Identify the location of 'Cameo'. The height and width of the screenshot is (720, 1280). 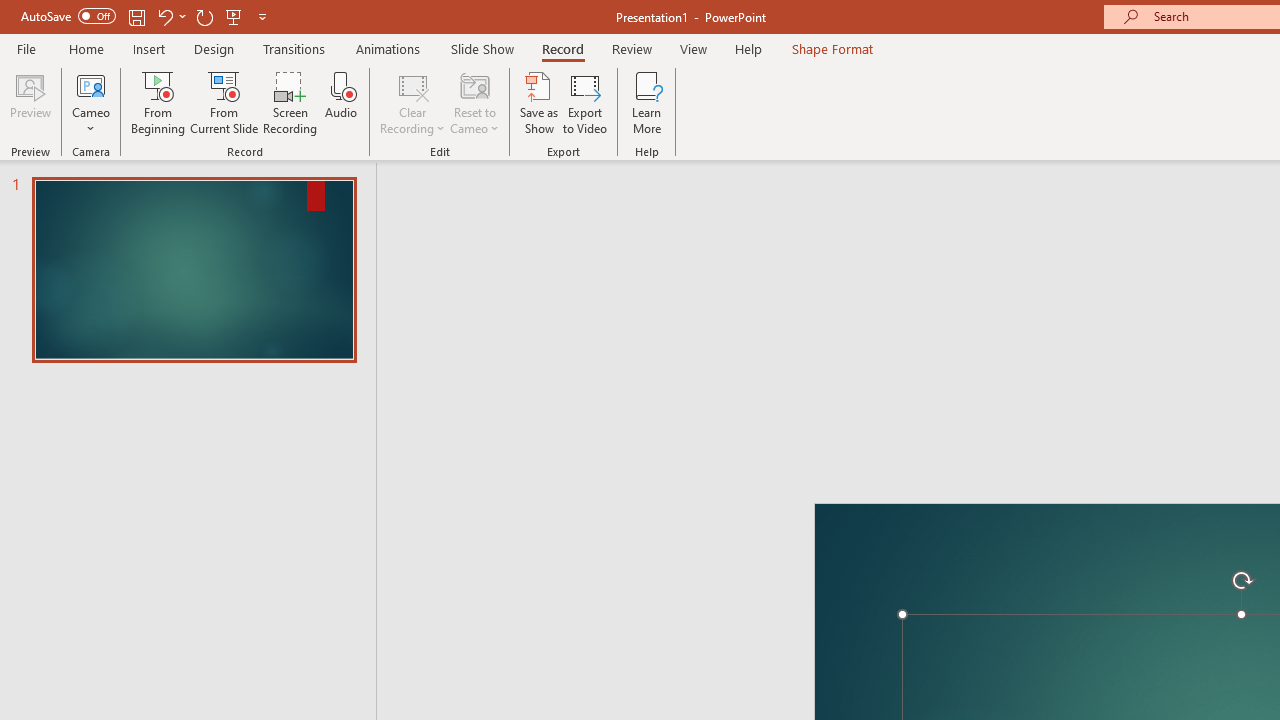
(90, 103).